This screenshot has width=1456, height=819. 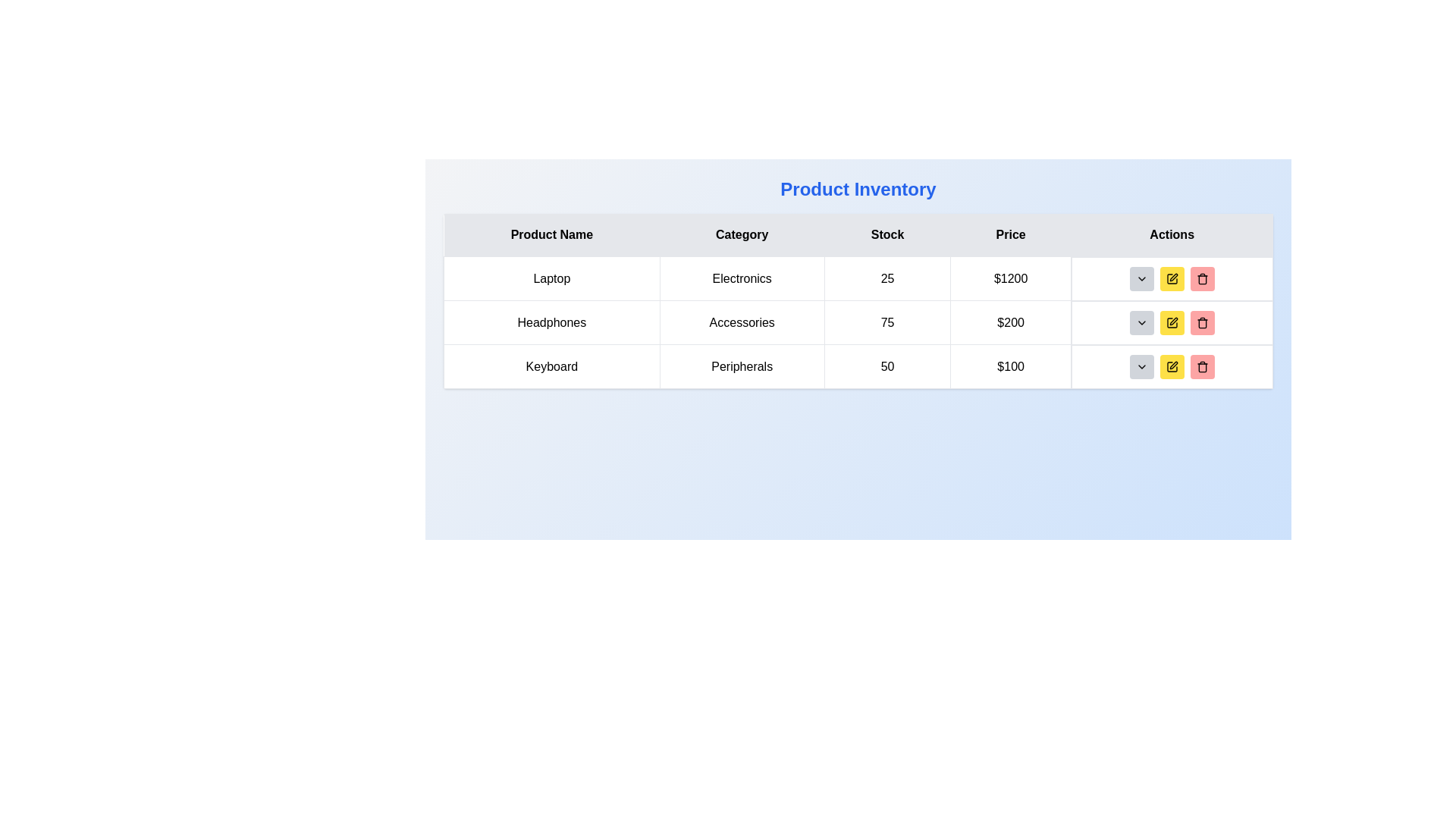 What do you see at coordinates (1201, 322) in the screenshot?
I see `the trash can icon button located in the 'Actions' column of the 'Product Inventory' table, specifically in the second row for 'Headphones'` at bounding box center [1201, 322].